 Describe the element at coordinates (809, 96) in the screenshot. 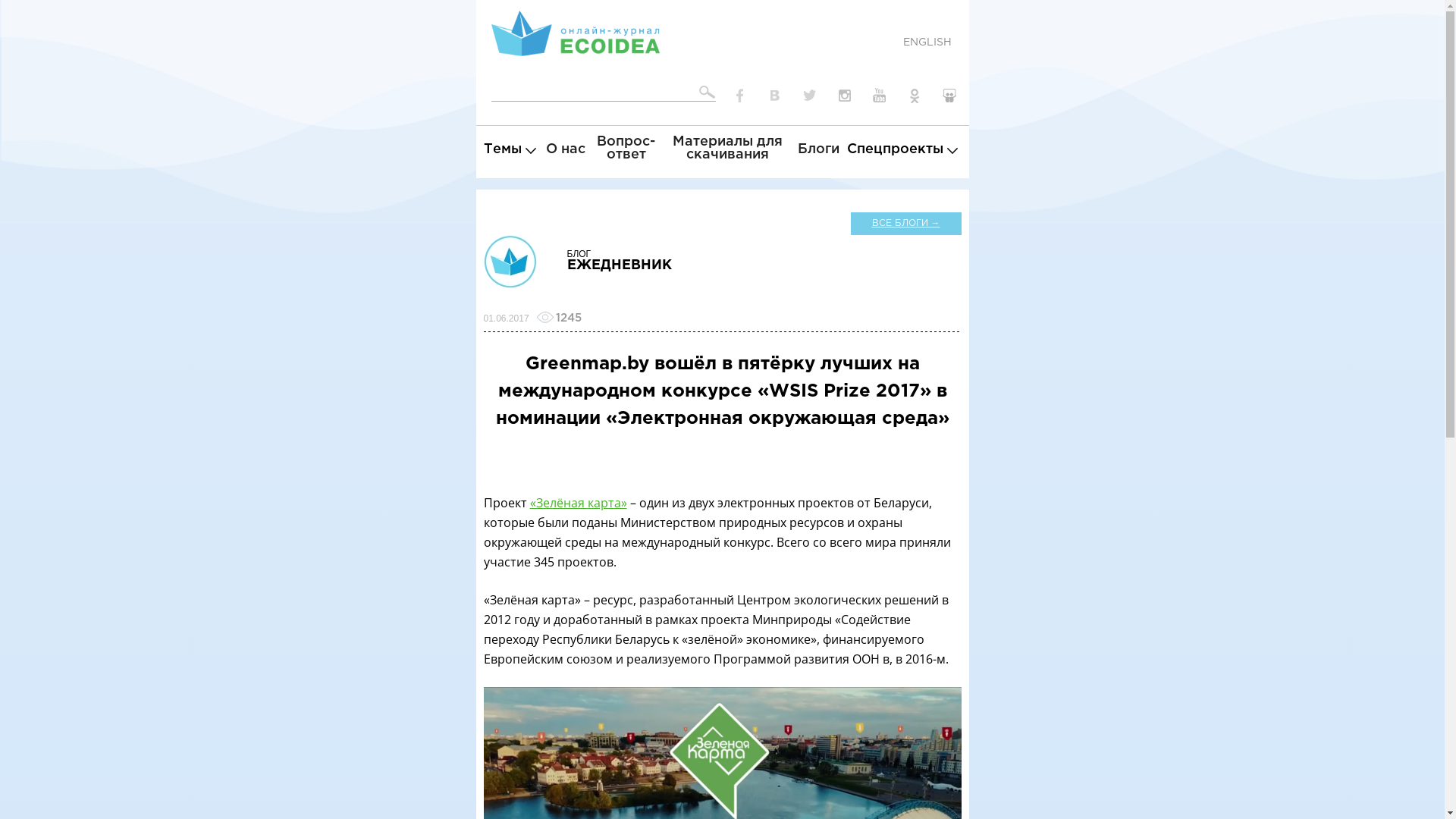

I see `'Twitter'` at that location.